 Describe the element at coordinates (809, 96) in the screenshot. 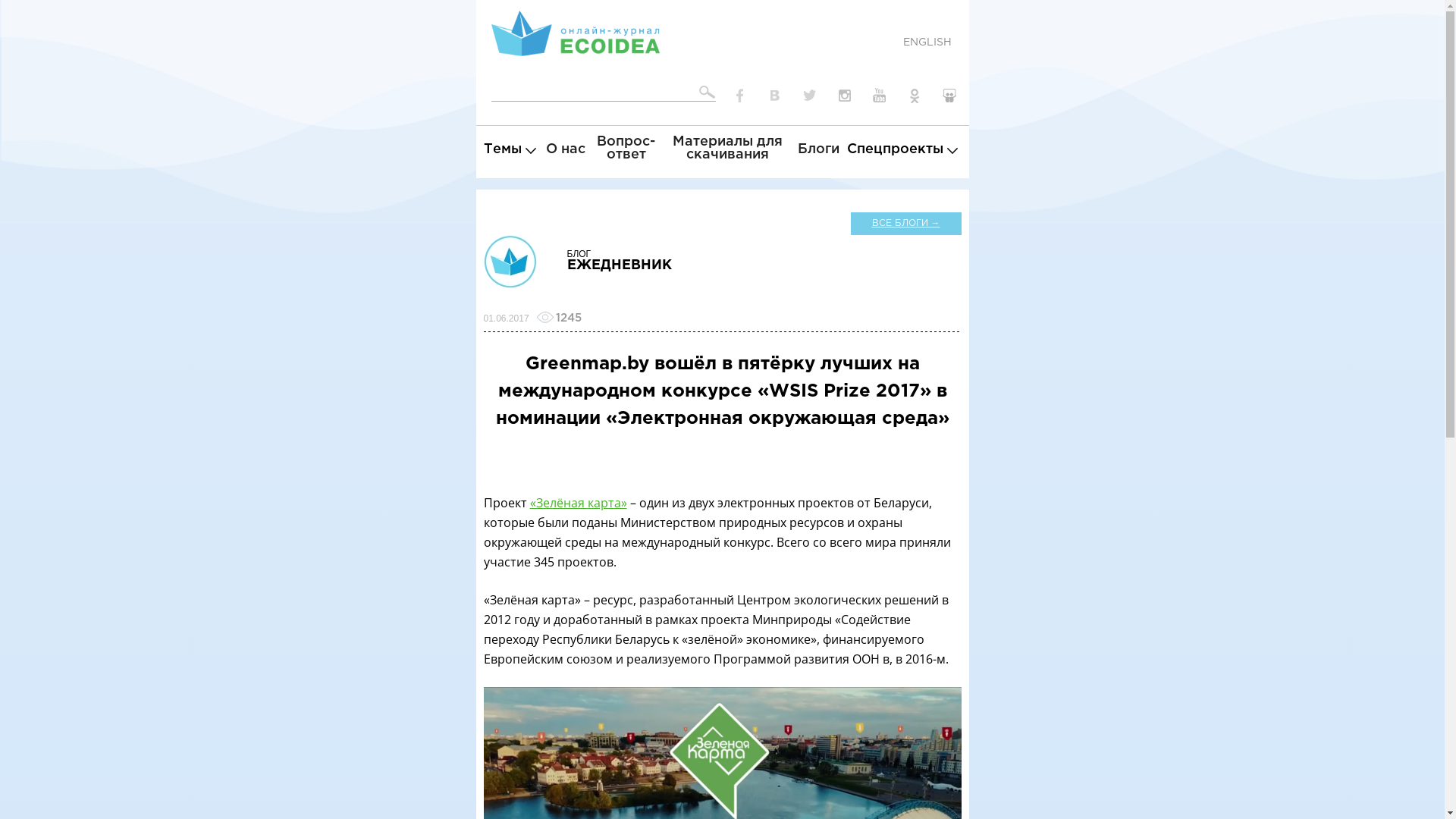

I see `'Twitter'` at that location.